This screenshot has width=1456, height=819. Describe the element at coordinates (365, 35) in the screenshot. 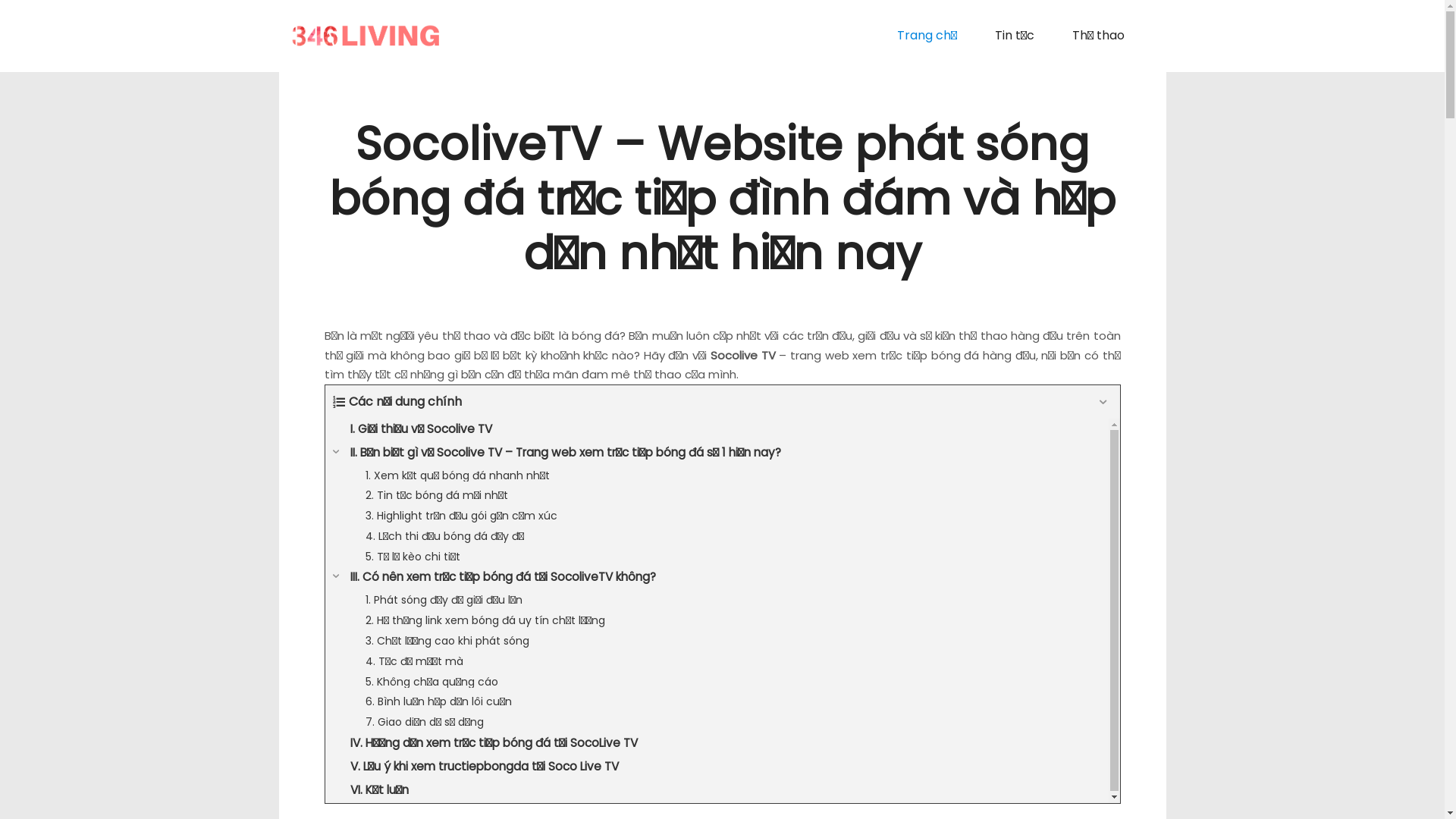

I see `'My Blog'` at that location.